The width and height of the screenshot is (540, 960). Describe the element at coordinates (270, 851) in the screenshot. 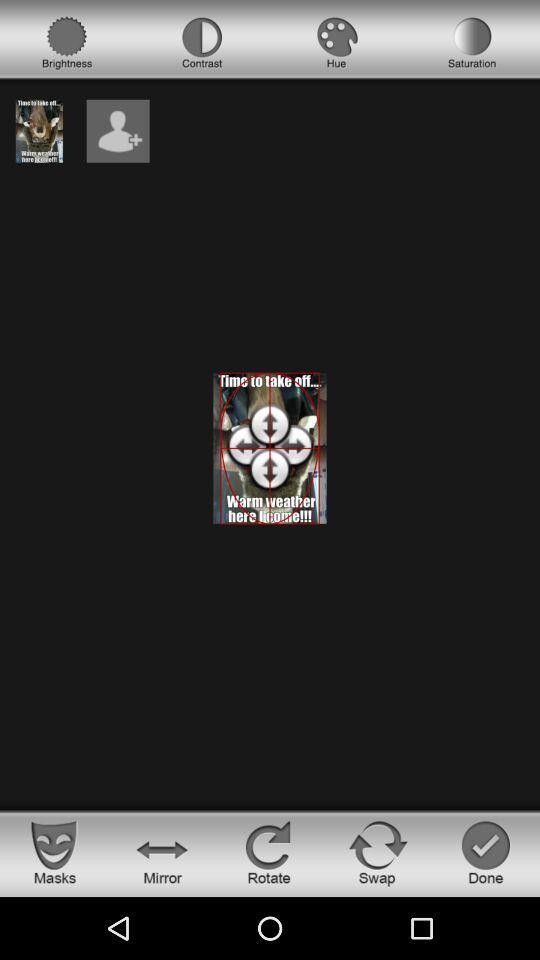

I see `rotate photo` at that location.